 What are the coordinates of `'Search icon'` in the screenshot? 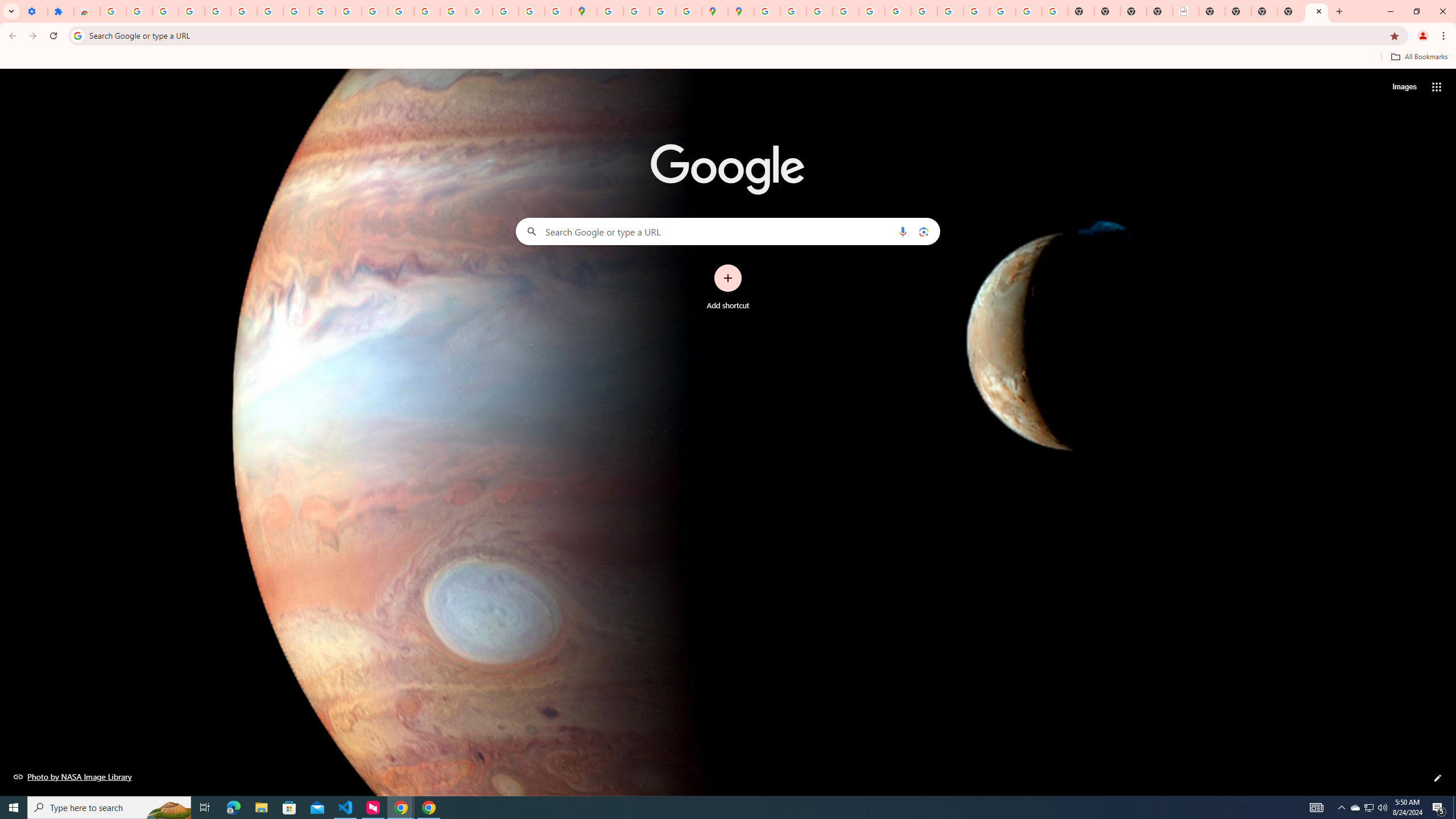 It's located at (77, 35).